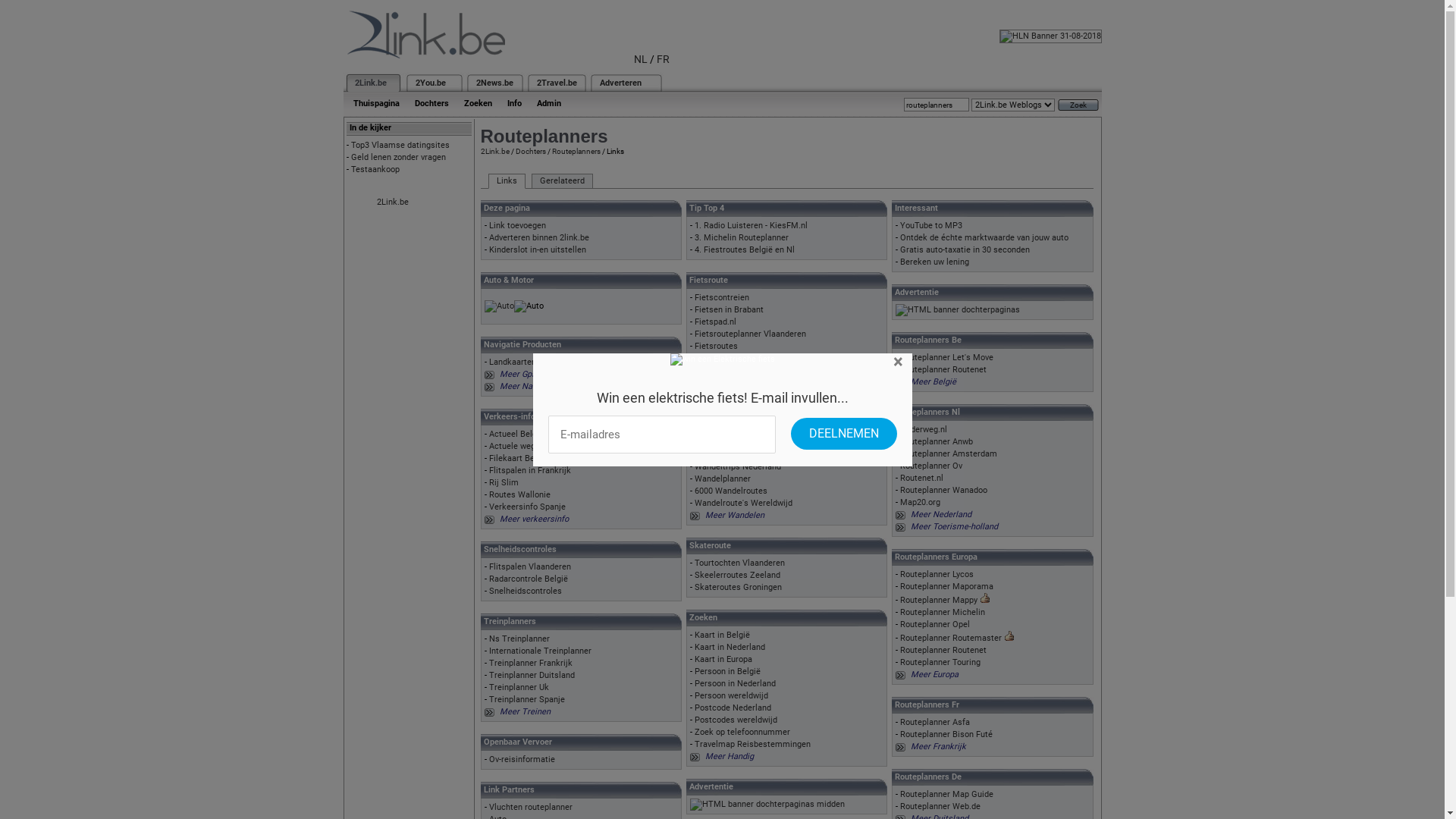 This screenshot has height=819, width=1456. Describe the element at coordinates (516, 374) in the screenshot. I see `'Meer Gps'` at that location.